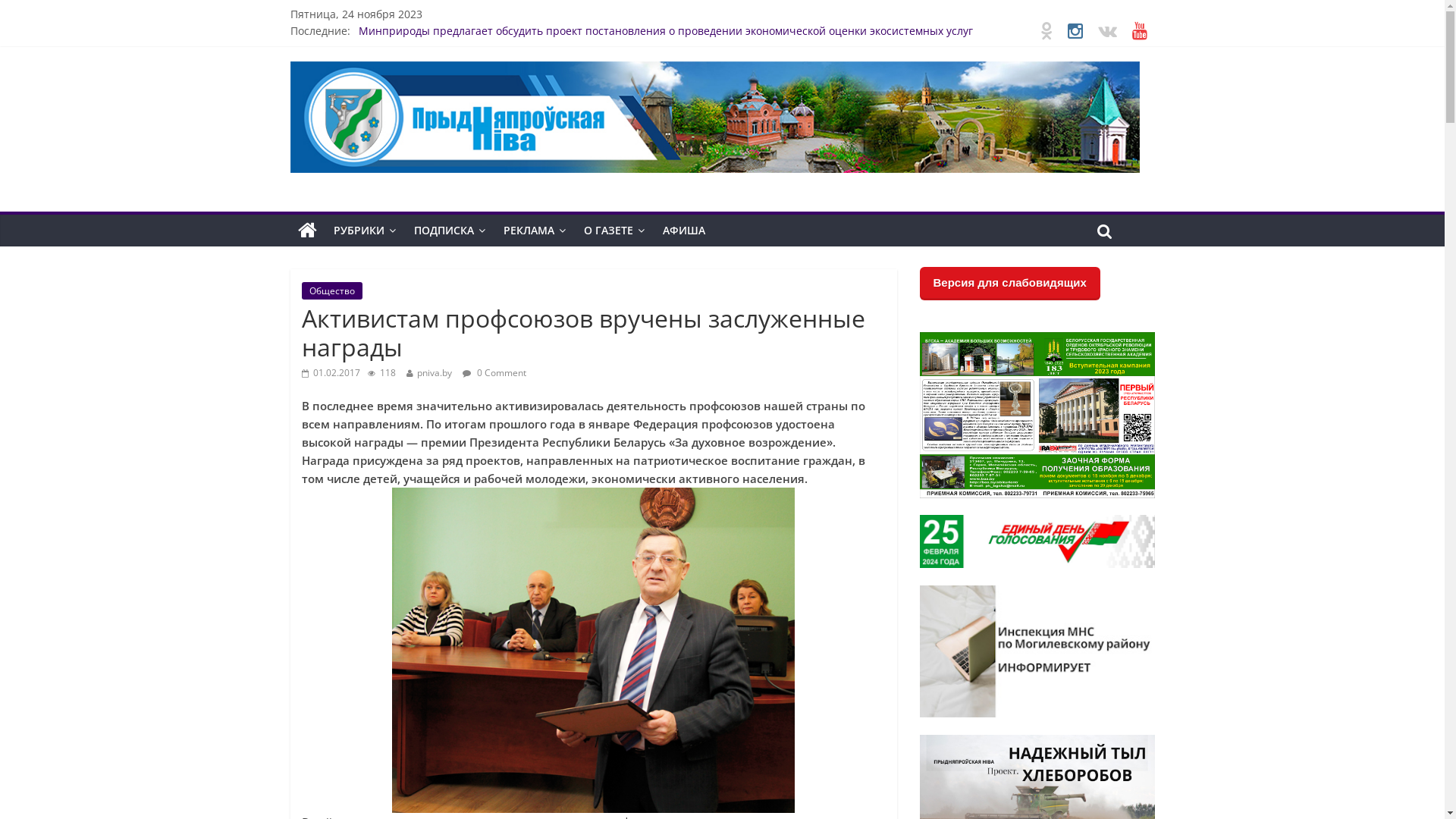 Image resolution: width=1456 pixels, height=819 pixels. Describe the element at coordinates (417, 372) in the screenshot. I see `'pniva.by'` at that location.